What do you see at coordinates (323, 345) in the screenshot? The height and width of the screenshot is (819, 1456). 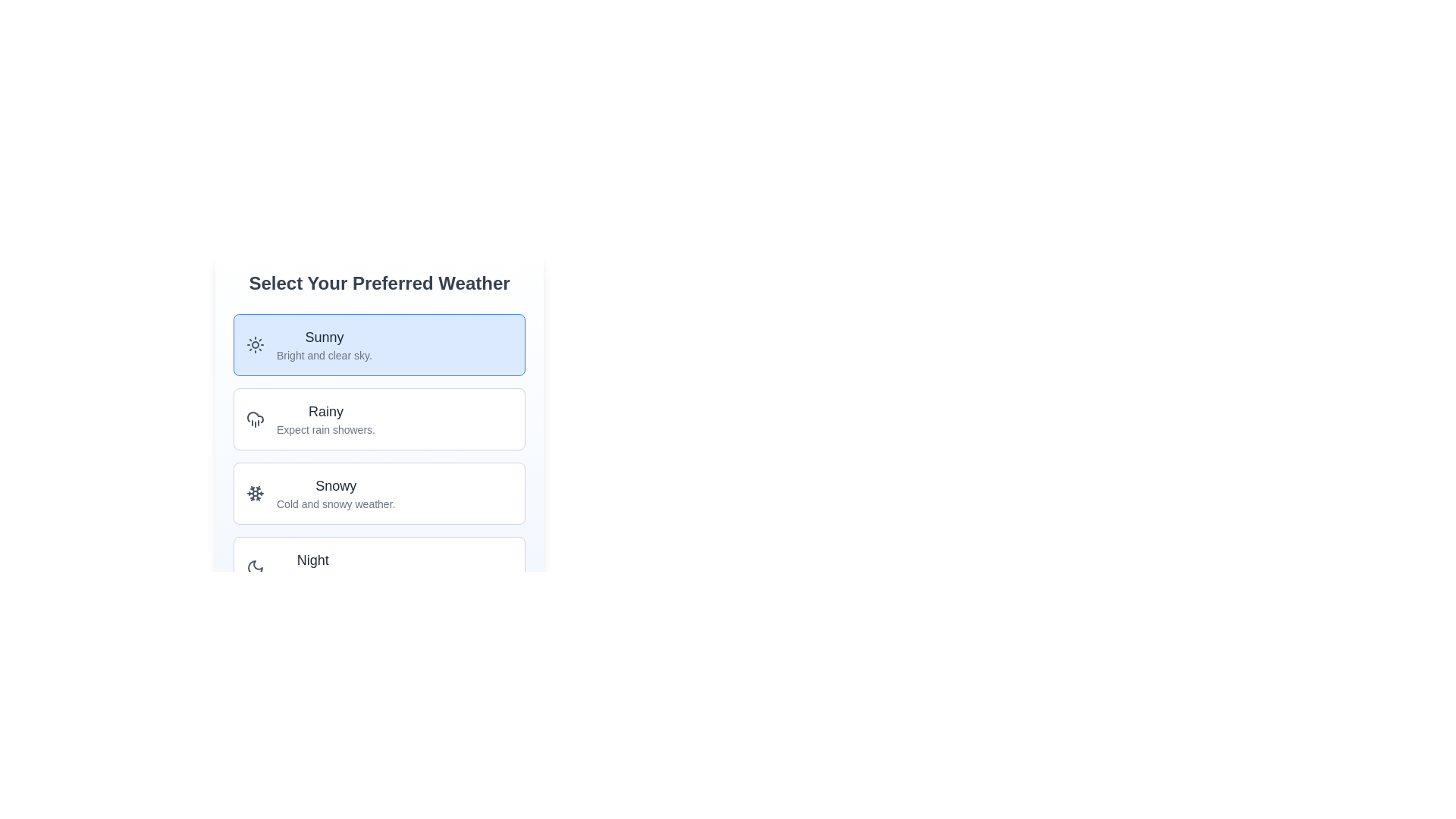 I see `the text display element that conveys information about the sunny weather condition, located within the first weather option card, under the sun icon and above the second weather option` at bounding box center [323, 345].